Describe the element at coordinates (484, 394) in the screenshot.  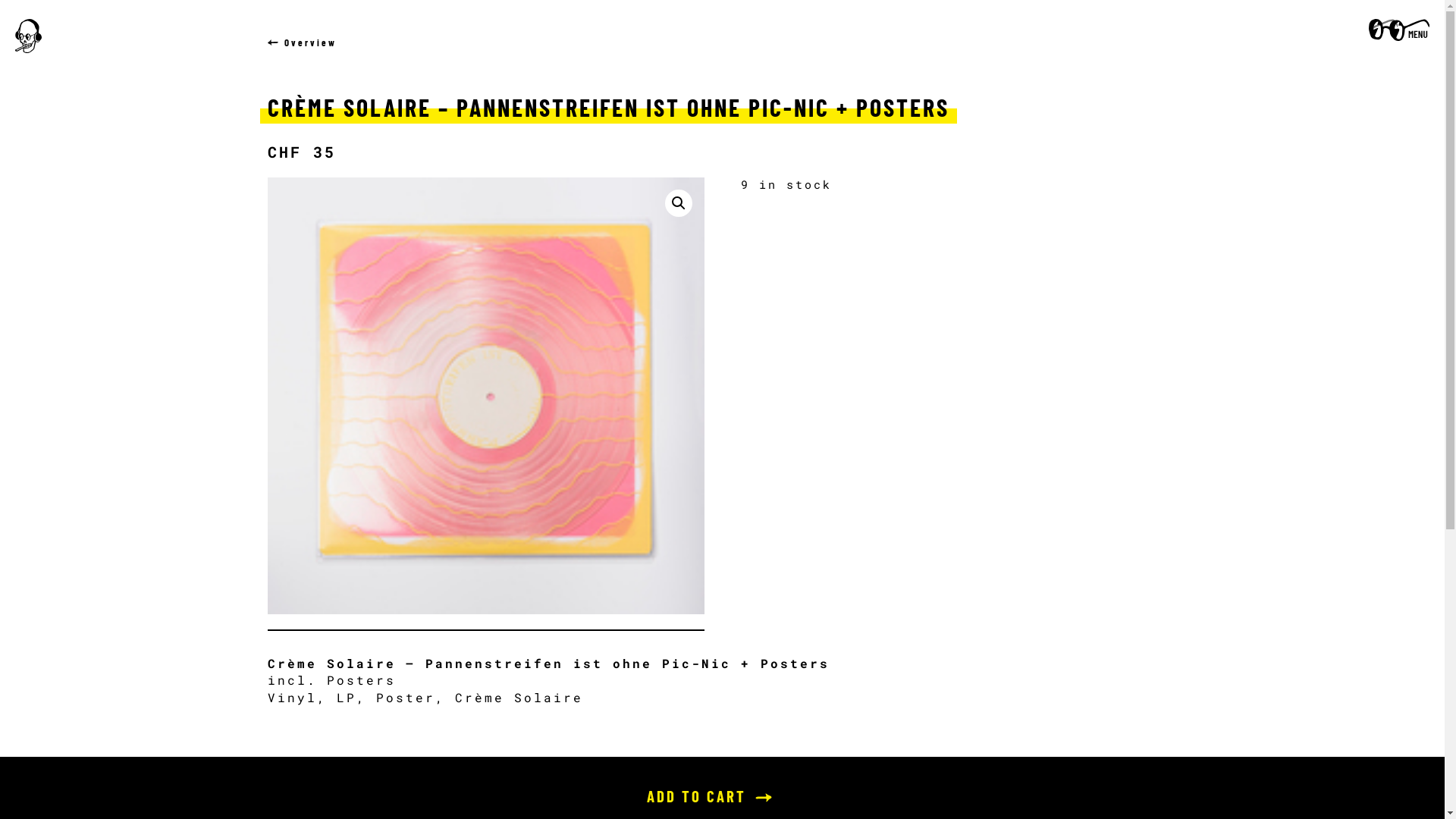
I see `'shop_creme1'` at that location.